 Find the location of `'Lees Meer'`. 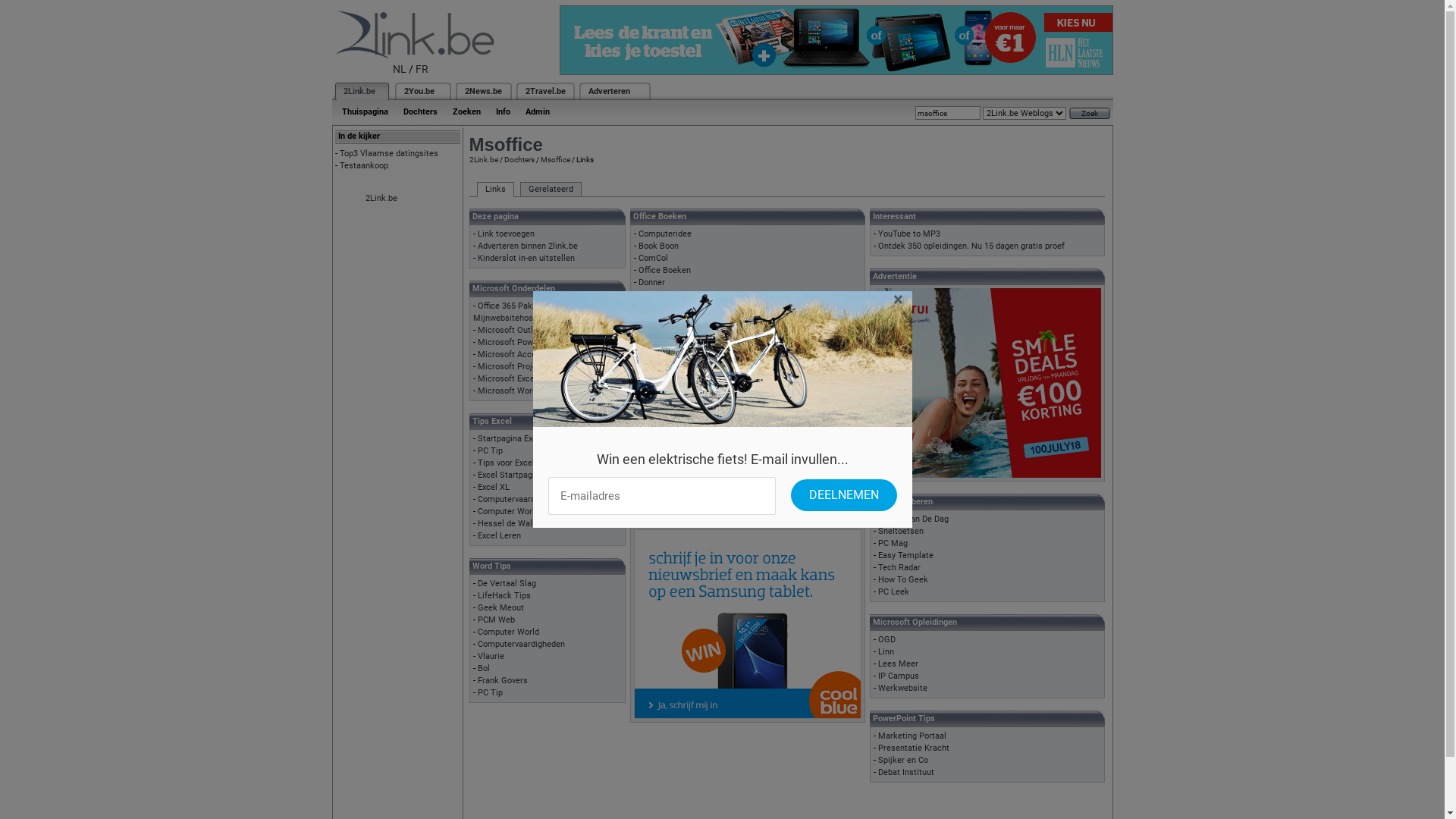

'Lees Meer' is located at coordinates (877, 663).